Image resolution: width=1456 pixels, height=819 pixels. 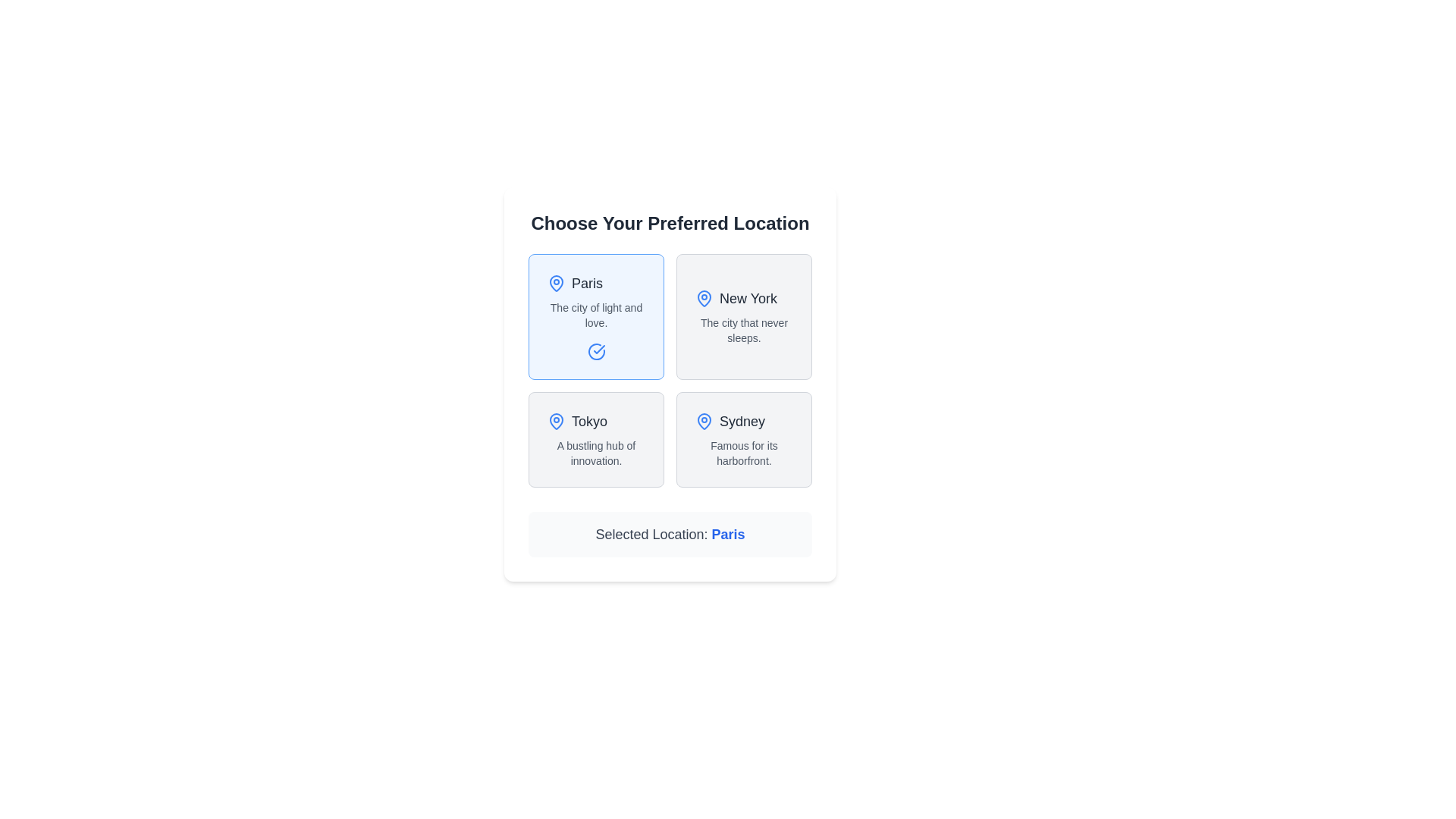 I want to click on text label 'New York' which is styled in bold and medium-sized font, located on the upper right side of a four-option grid, next to a blue map pin icon, so click(x=748, y=298).